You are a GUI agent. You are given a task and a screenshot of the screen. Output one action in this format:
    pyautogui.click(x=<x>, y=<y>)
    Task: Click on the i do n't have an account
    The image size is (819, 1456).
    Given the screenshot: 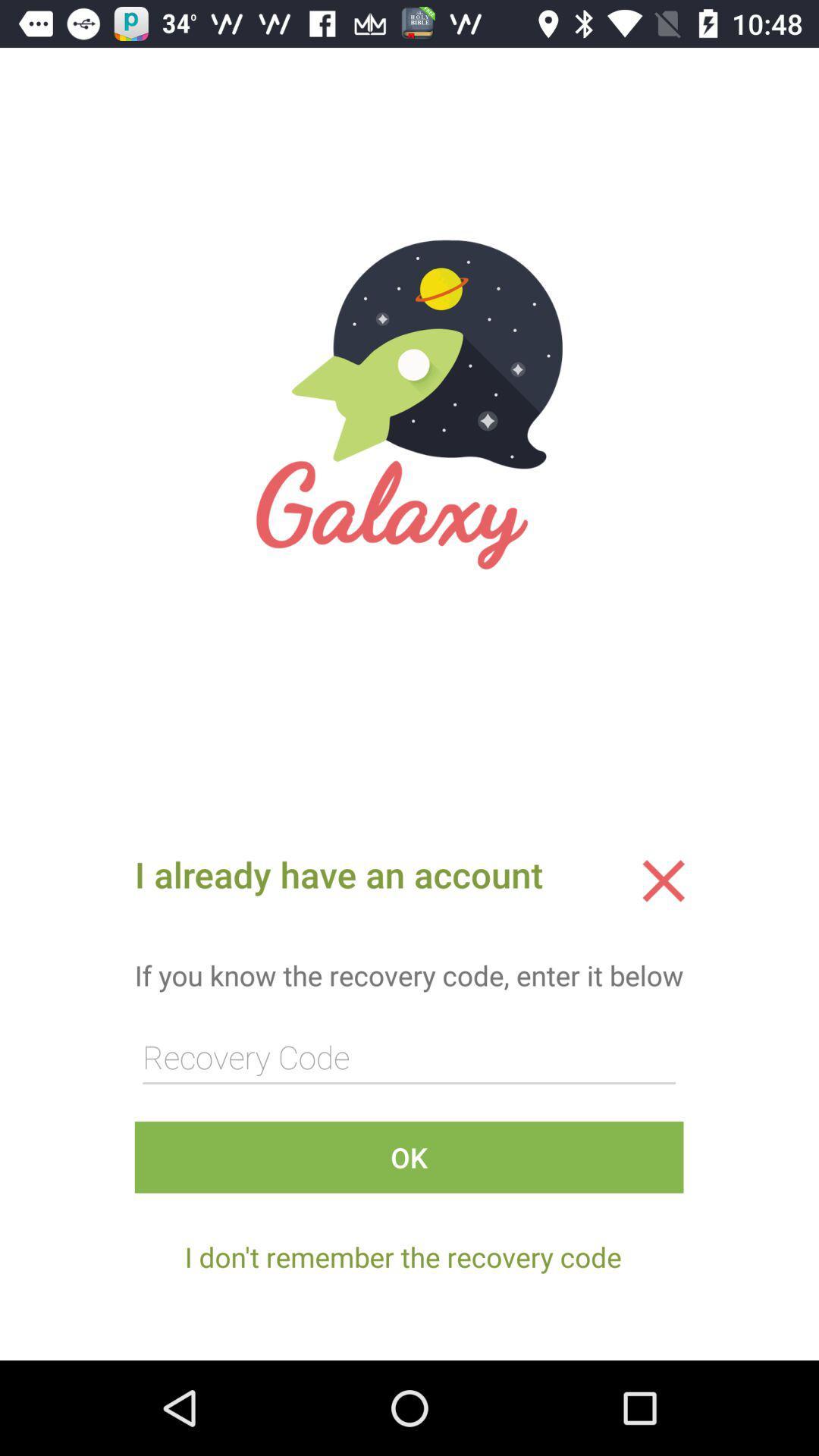 What is the action you would take?
    pyautogui.click(x=663, y=880)
    